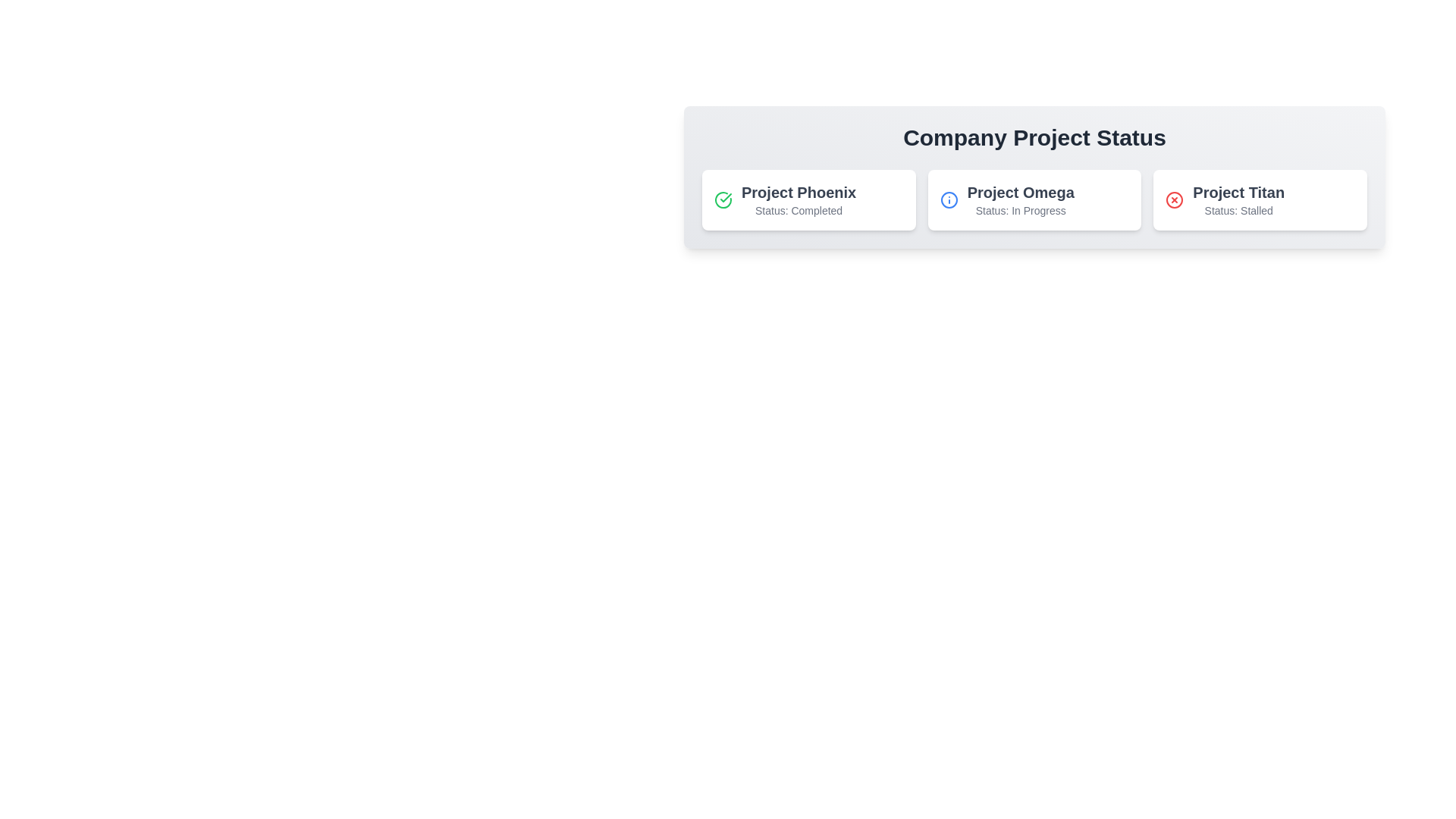 This screenshot has width=1456, height=819. I want to click on the project item Project Titan to view its interactive effect, so click(1260, 199).